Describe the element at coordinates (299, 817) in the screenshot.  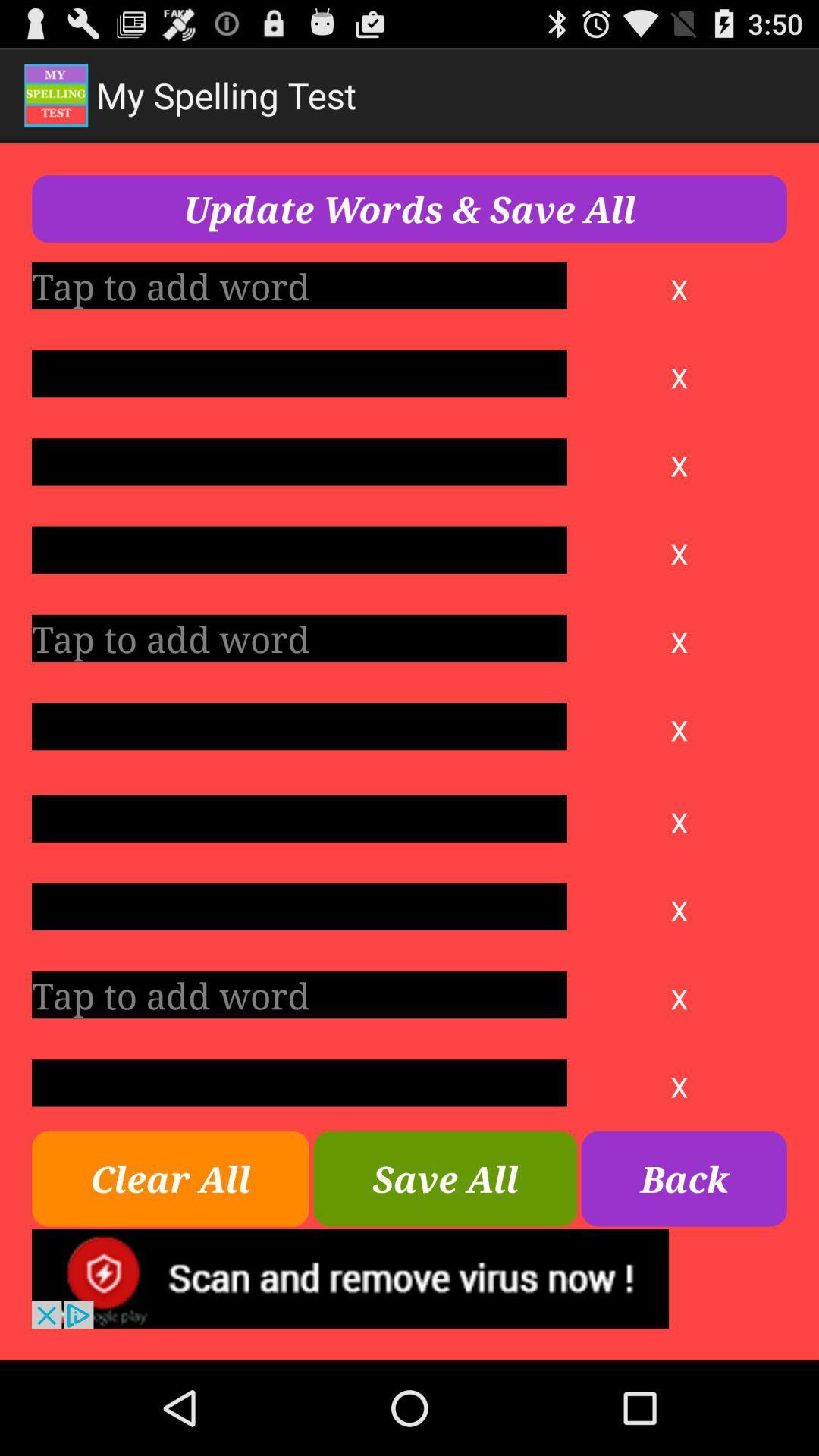
I see `write word` at that location.